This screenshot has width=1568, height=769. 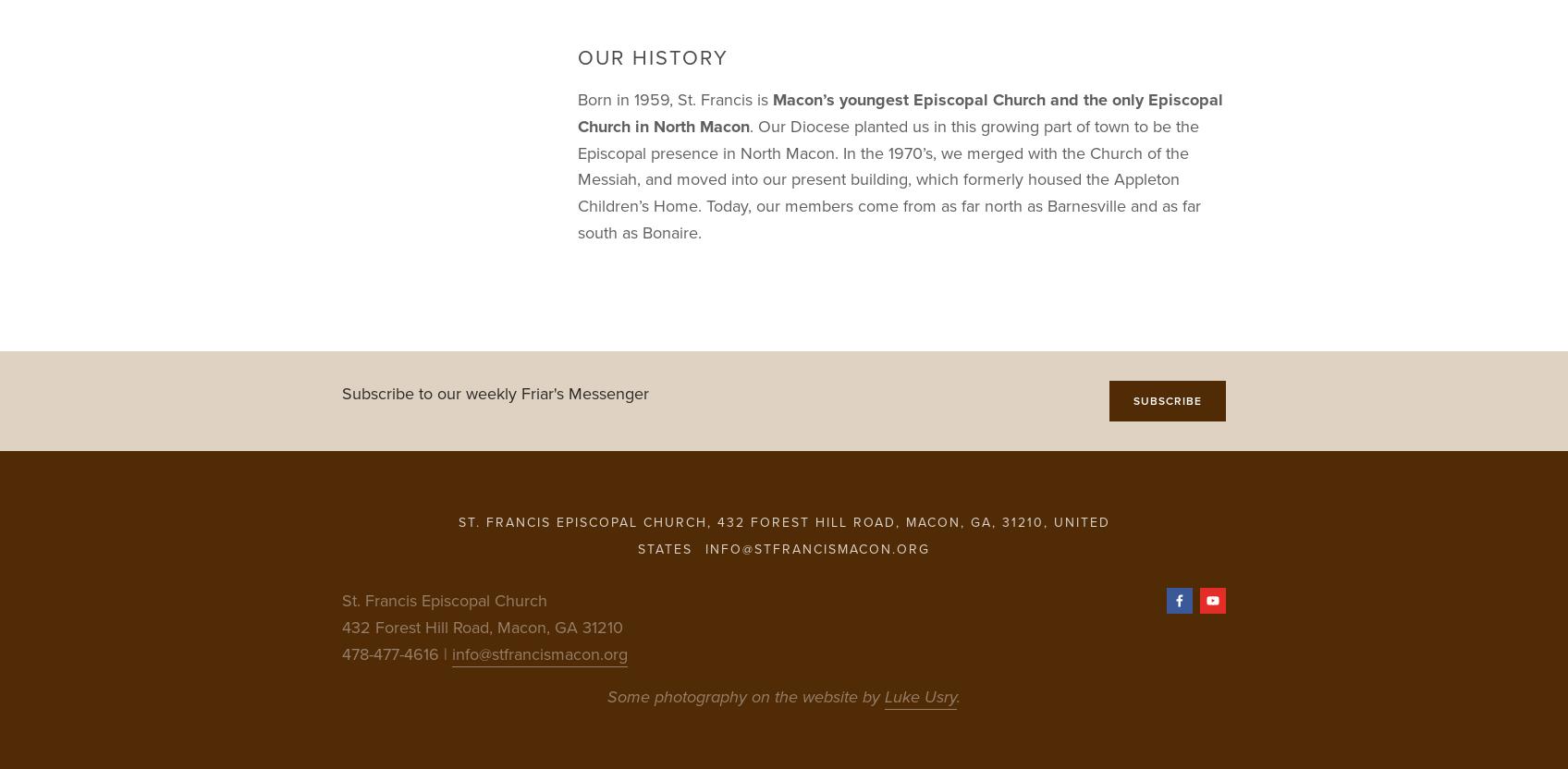 I want to click on 'St. Francis Episcopal Church', so click(x=444, y=600).